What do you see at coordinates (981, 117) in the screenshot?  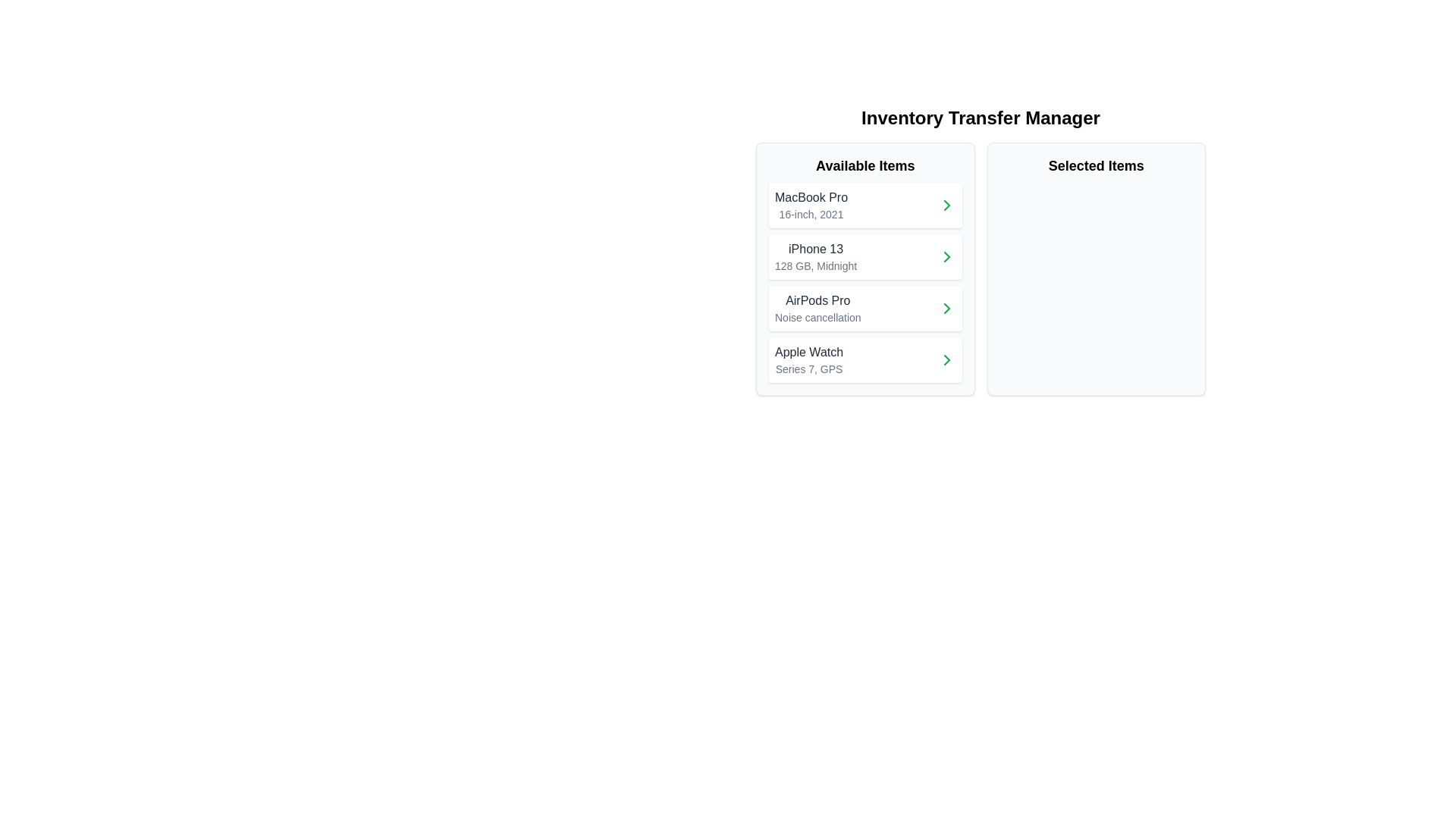 I see `the Text header that indicates the purpose of managing inventory transfers, positioned above the 'Available Items' and 'Selected Items' sections` at bounding box center [981, 117].